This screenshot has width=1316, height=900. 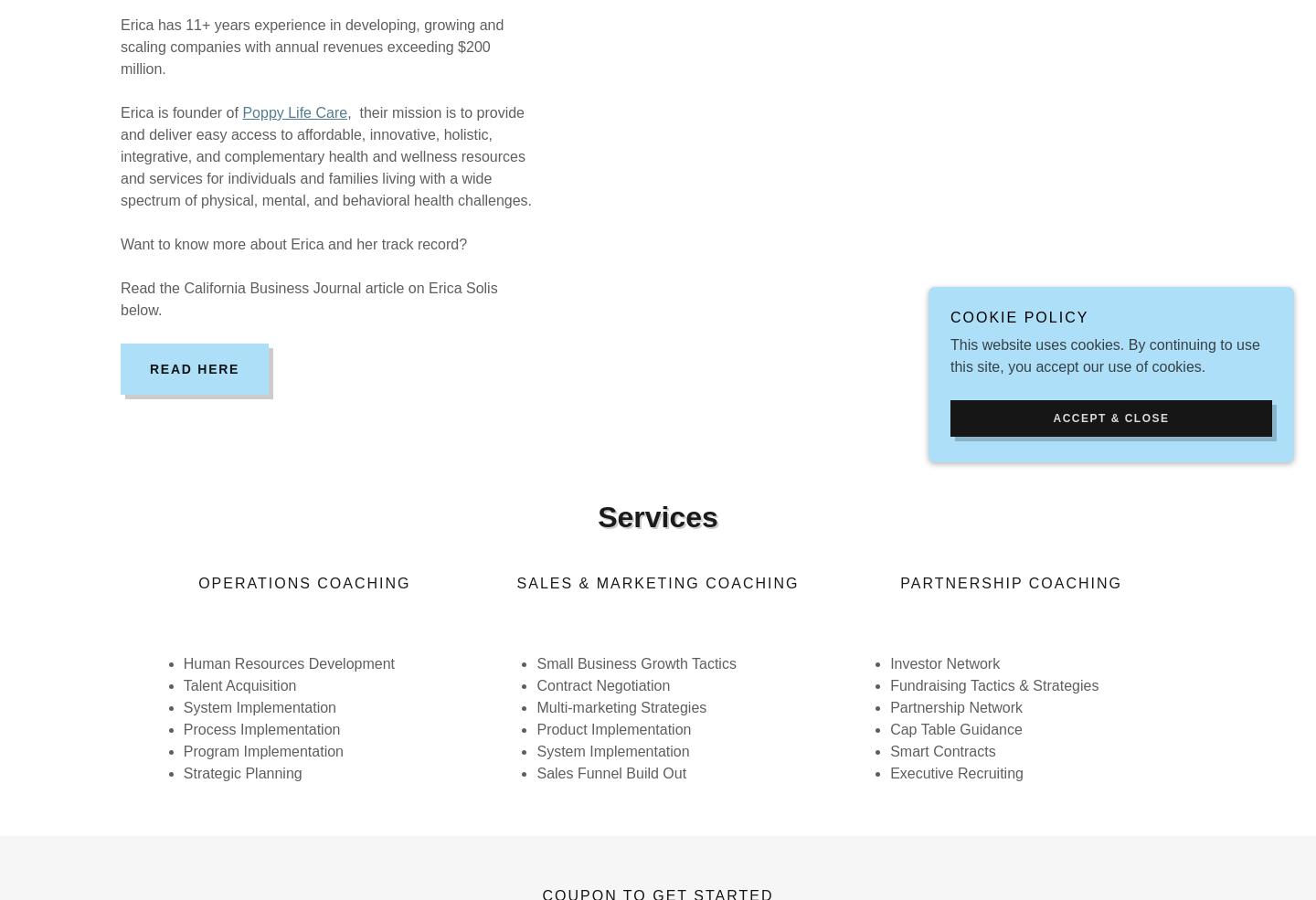 What do you see at coordinates (262, 728) in the screenshot?
I see `'Process Implementation'` at bounding box center [262, 728].